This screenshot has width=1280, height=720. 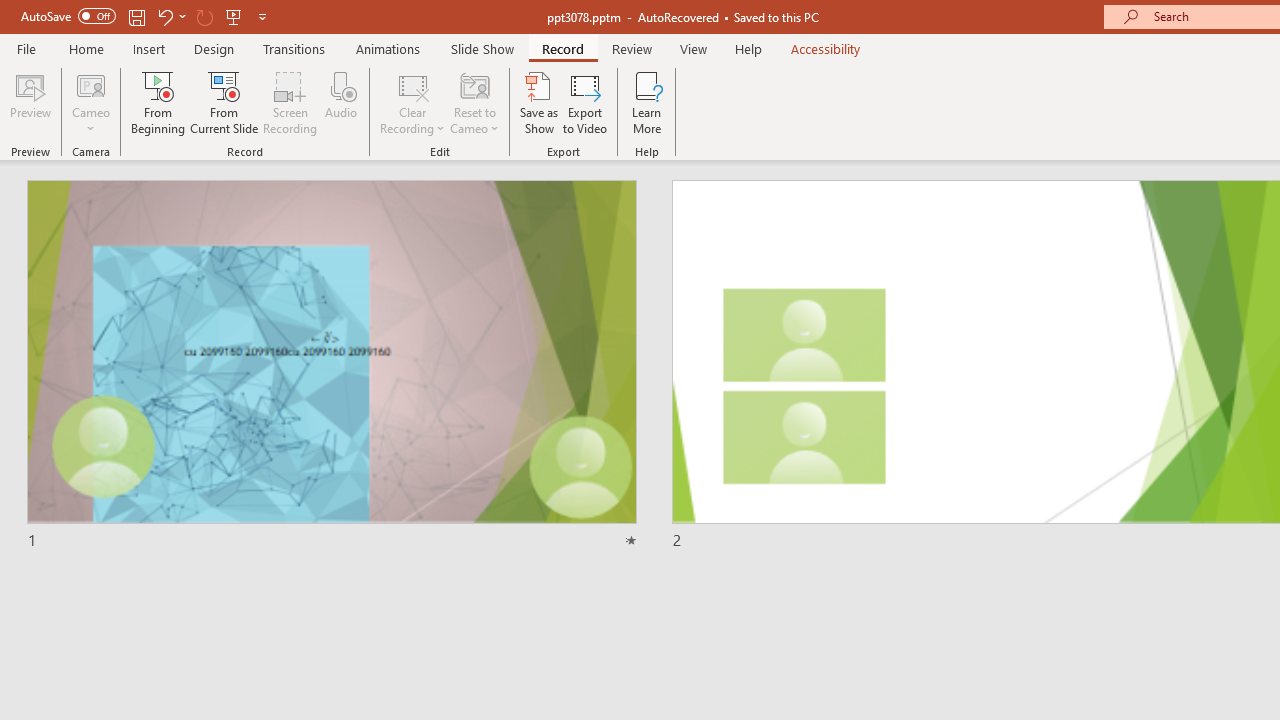 What do you see at coordinates (411, 103) in the screenshot?
I see `'Clear Recording'` at bounding box center [411, 103].